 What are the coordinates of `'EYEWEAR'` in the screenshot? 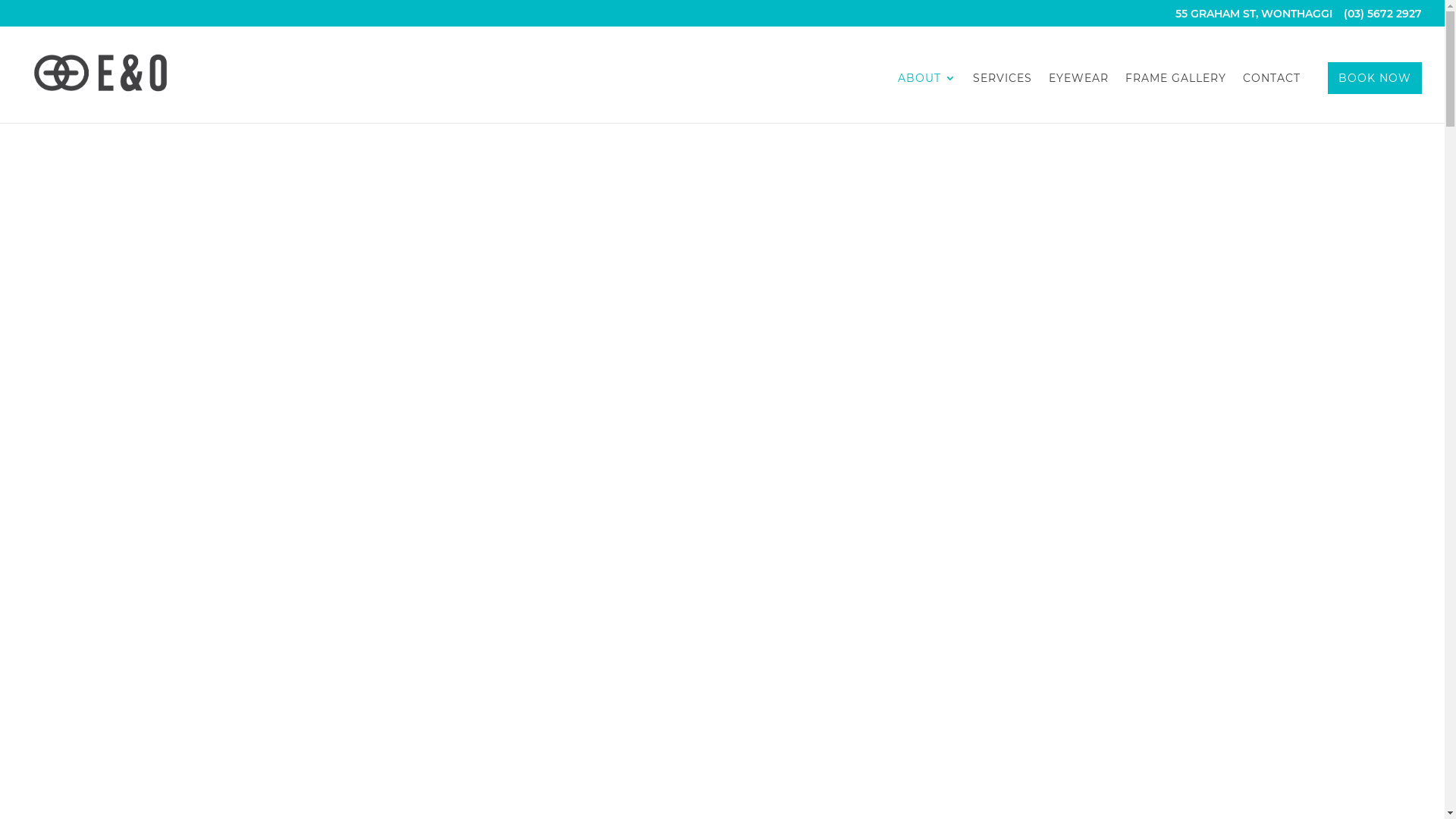 It's located at (1078, 97).